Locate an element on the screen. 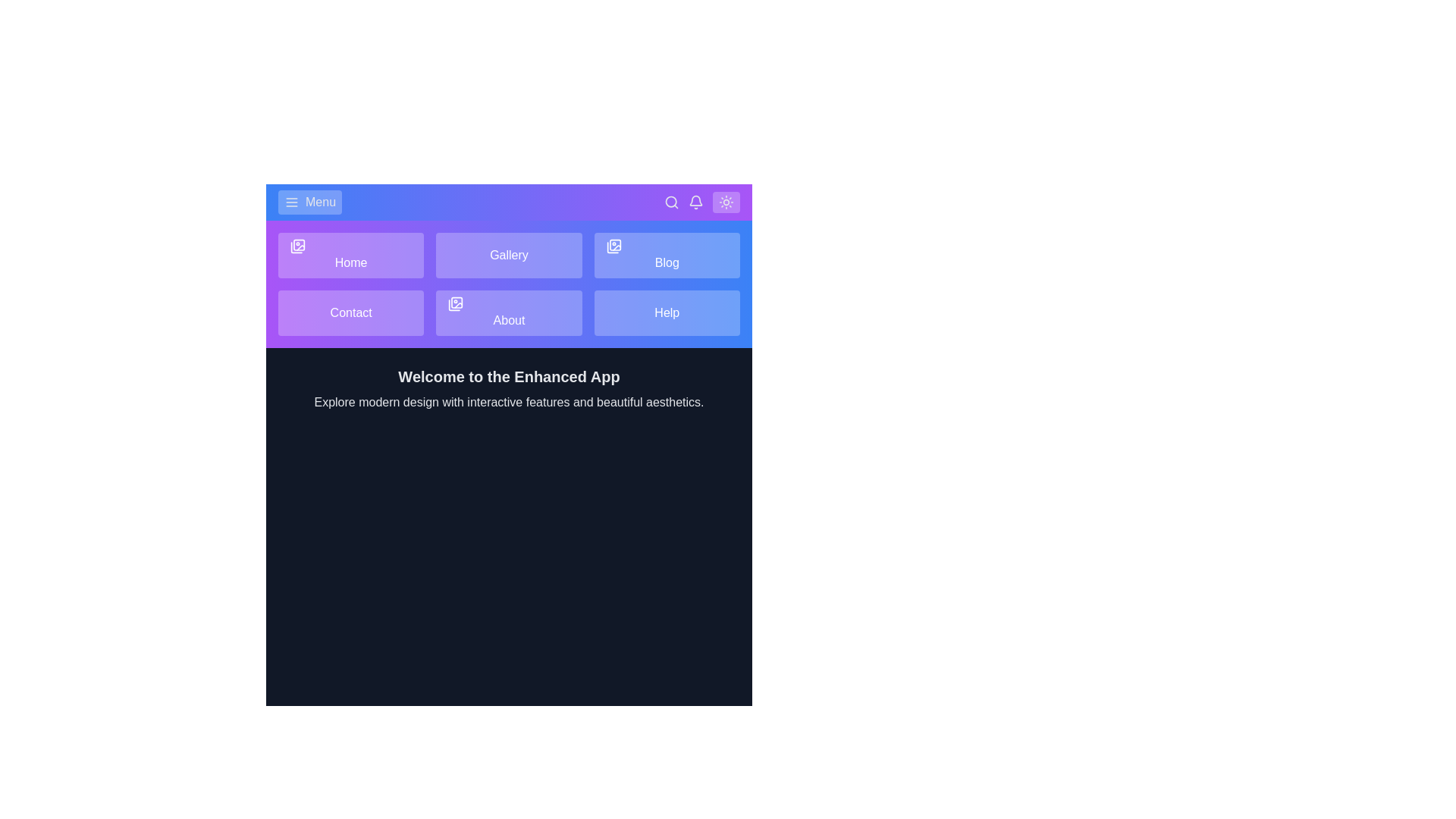  the search icon in the EnhancedAppBar is located at coordinates (671, 201).